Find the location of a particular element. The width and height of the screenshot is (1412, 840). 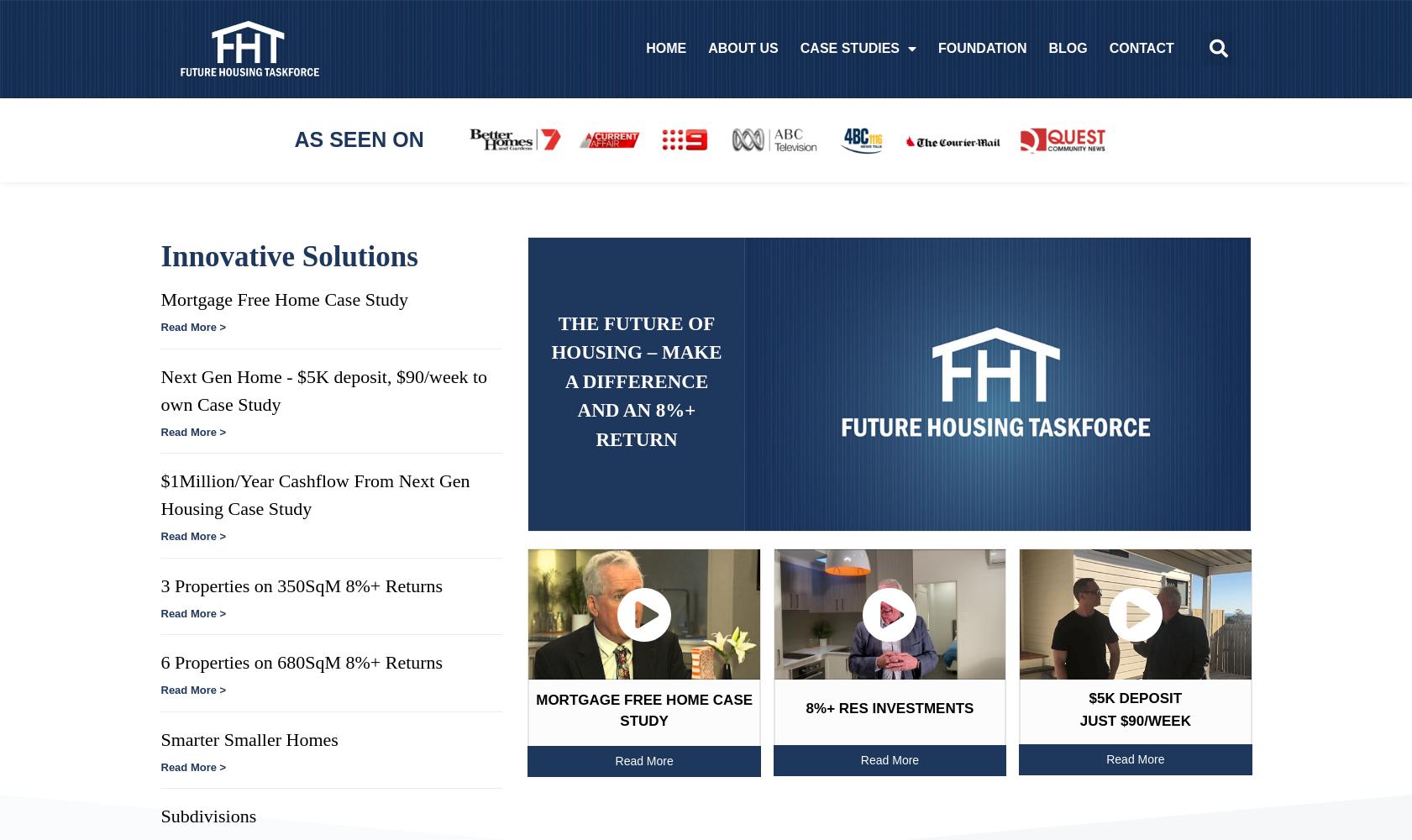

'$5K deposit' is located at coordinates (1135, 696).